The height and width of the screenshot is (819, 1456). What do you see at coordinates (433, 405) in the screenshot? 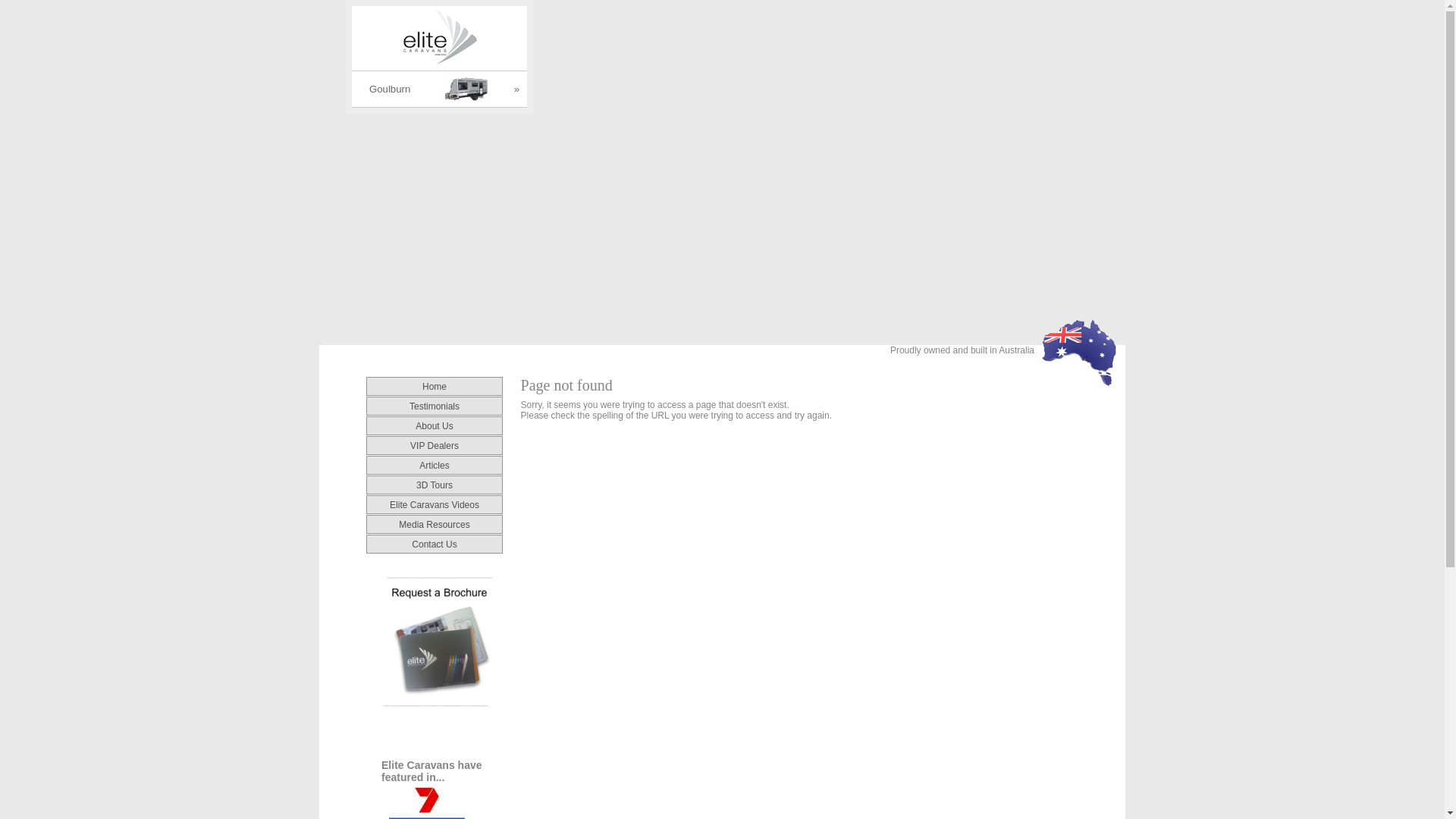
I see `'Testimonials'` at bounding box center [433, 405].